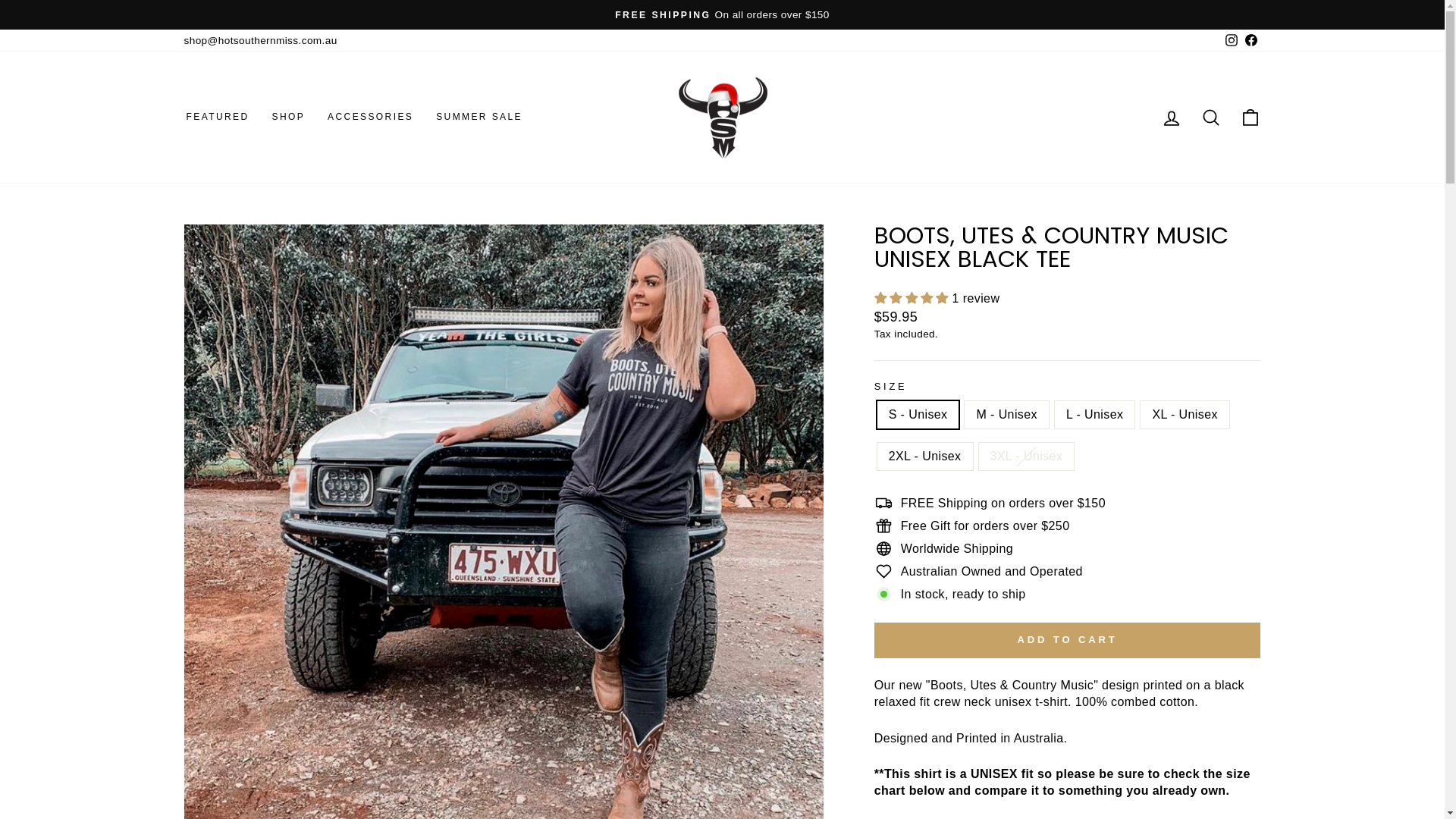 This screenshot has width=1456, height=819. Describe the element at coordinates (1250, 39) in the screenshot. I see `'Facebook'` at that location.